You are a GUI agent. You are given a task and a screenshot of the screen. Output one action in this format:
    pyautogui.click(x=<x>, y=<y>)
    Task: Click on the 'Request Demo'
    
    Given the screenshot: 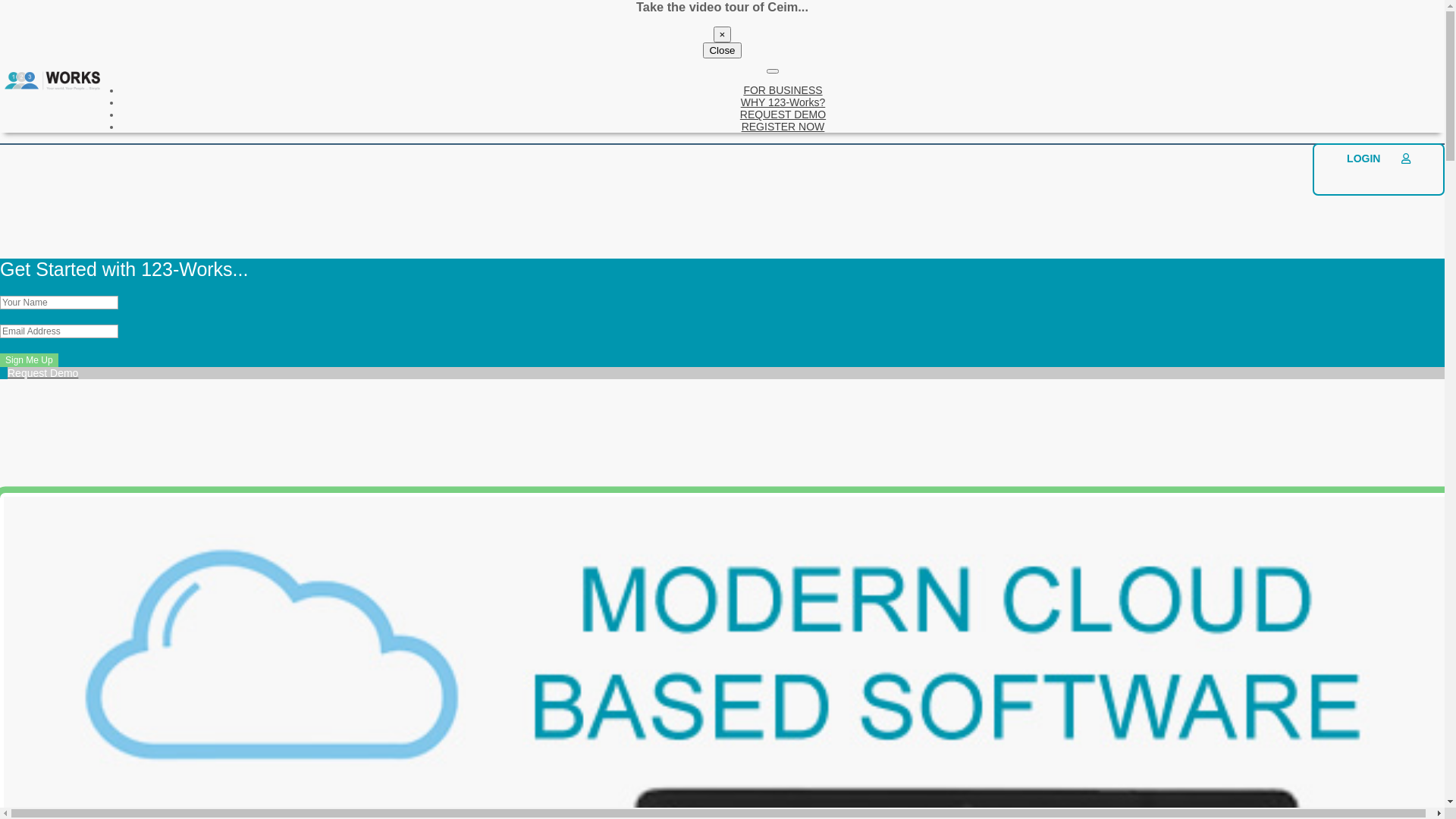 What is the action you would take?
    pyautogui.click(x=0, y=379)
    